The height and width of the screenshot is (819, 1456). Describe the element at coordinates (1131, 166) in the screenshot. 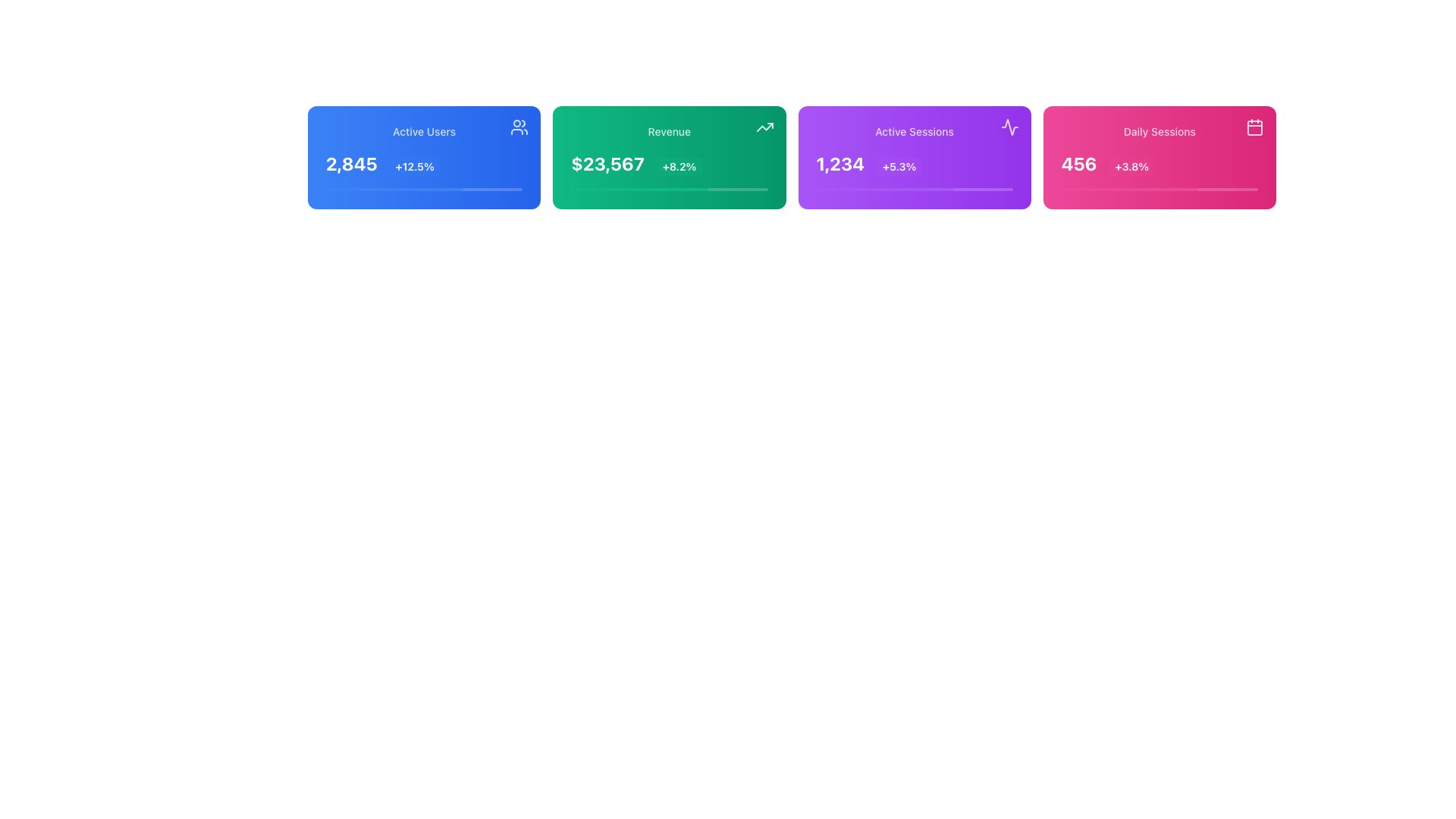

I see `the rounded label displaying '+3.8%' with a pink background and white font, located within the 'Daily Sessions' card, to the right of the number '456'` at that location.